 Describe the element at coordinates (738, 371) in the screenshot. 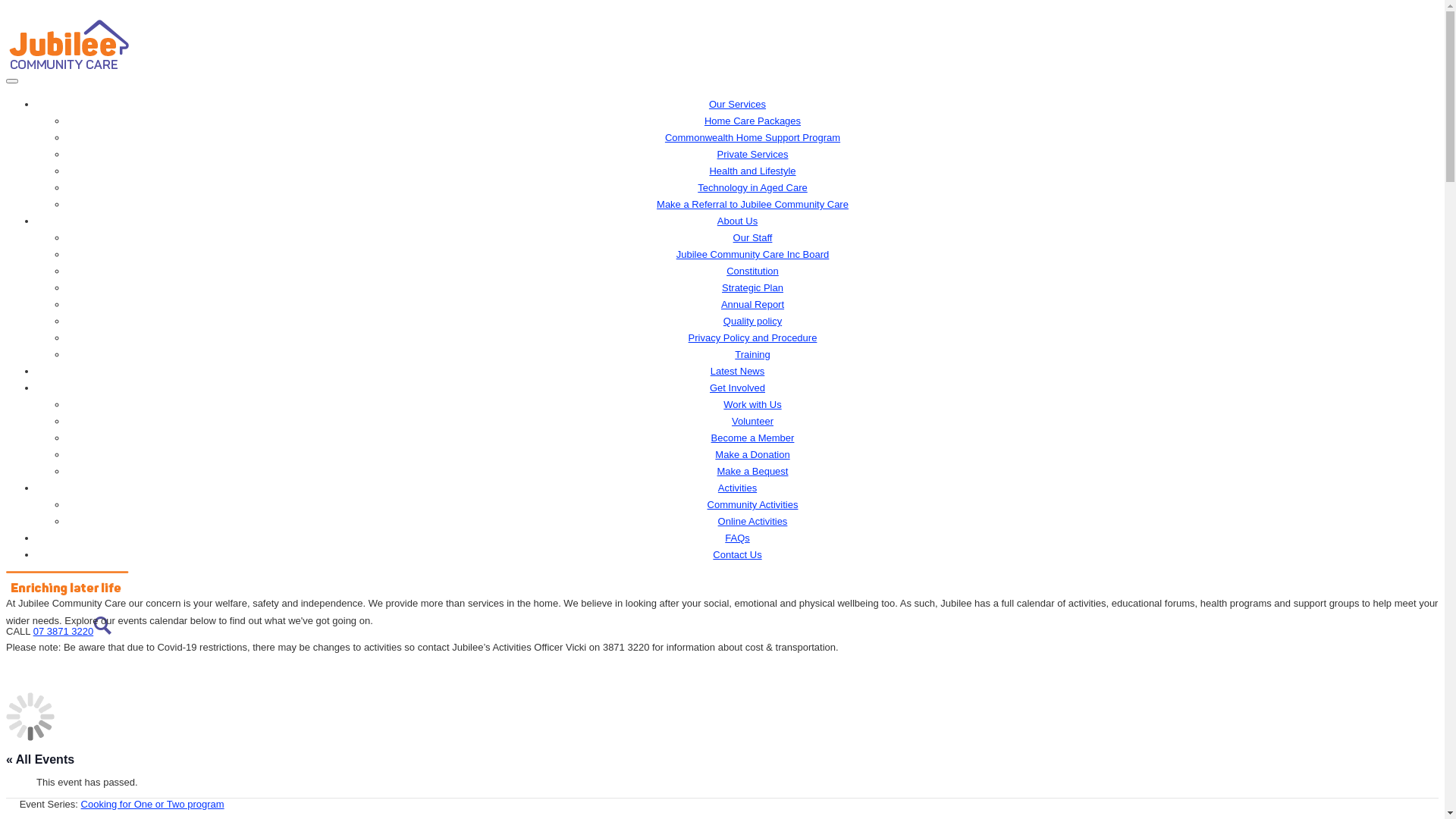

I see `'Latest News'` at that location.